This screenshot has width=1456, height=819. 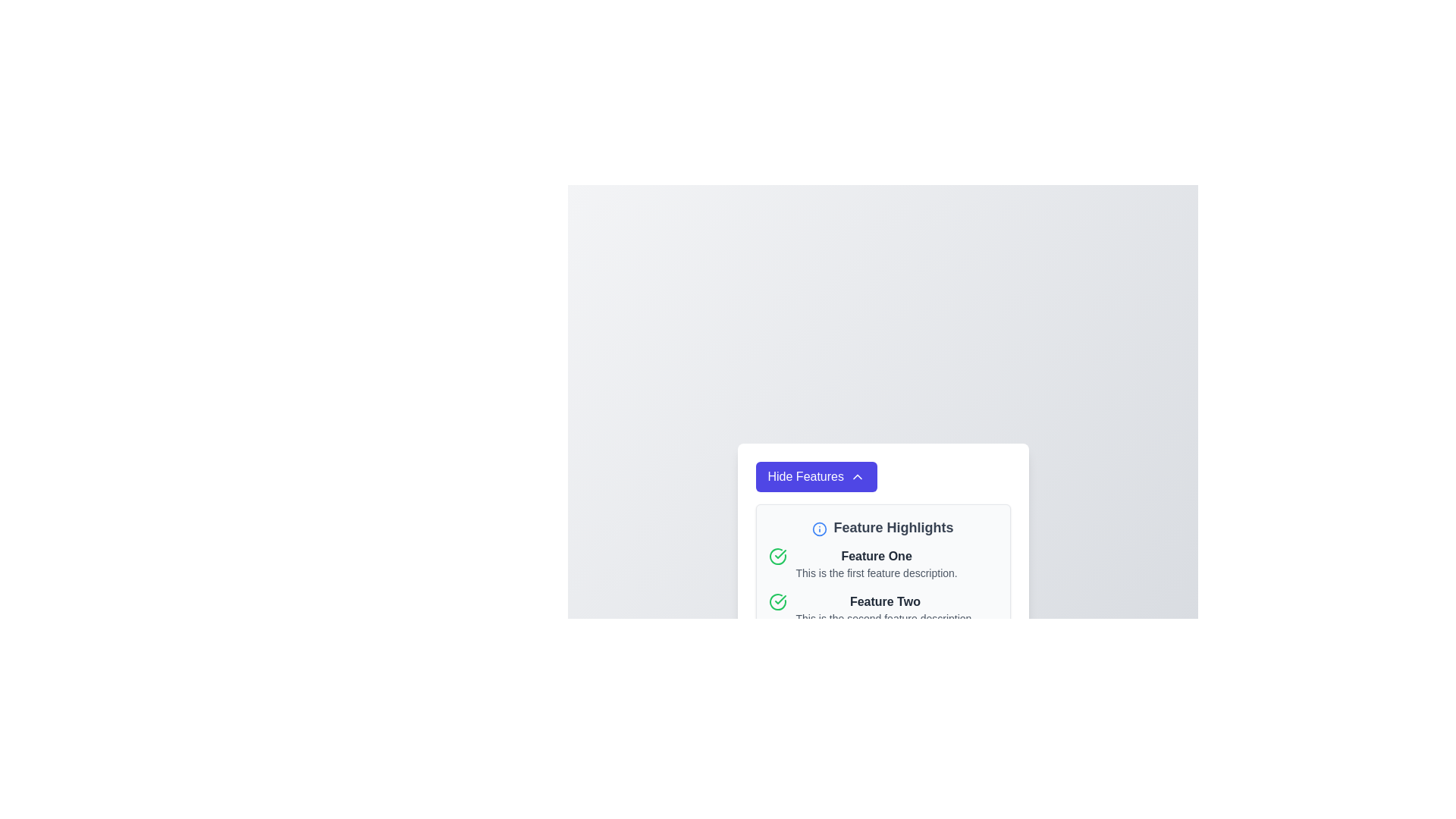 What do you see at coordinates (777, 556) in the screenshot?
I see `the green circular icon with a checkmark inside, which represents a confirmation or success state, located to the immediate left of the text label 'Feature One'` at bounding box center [777, 556].